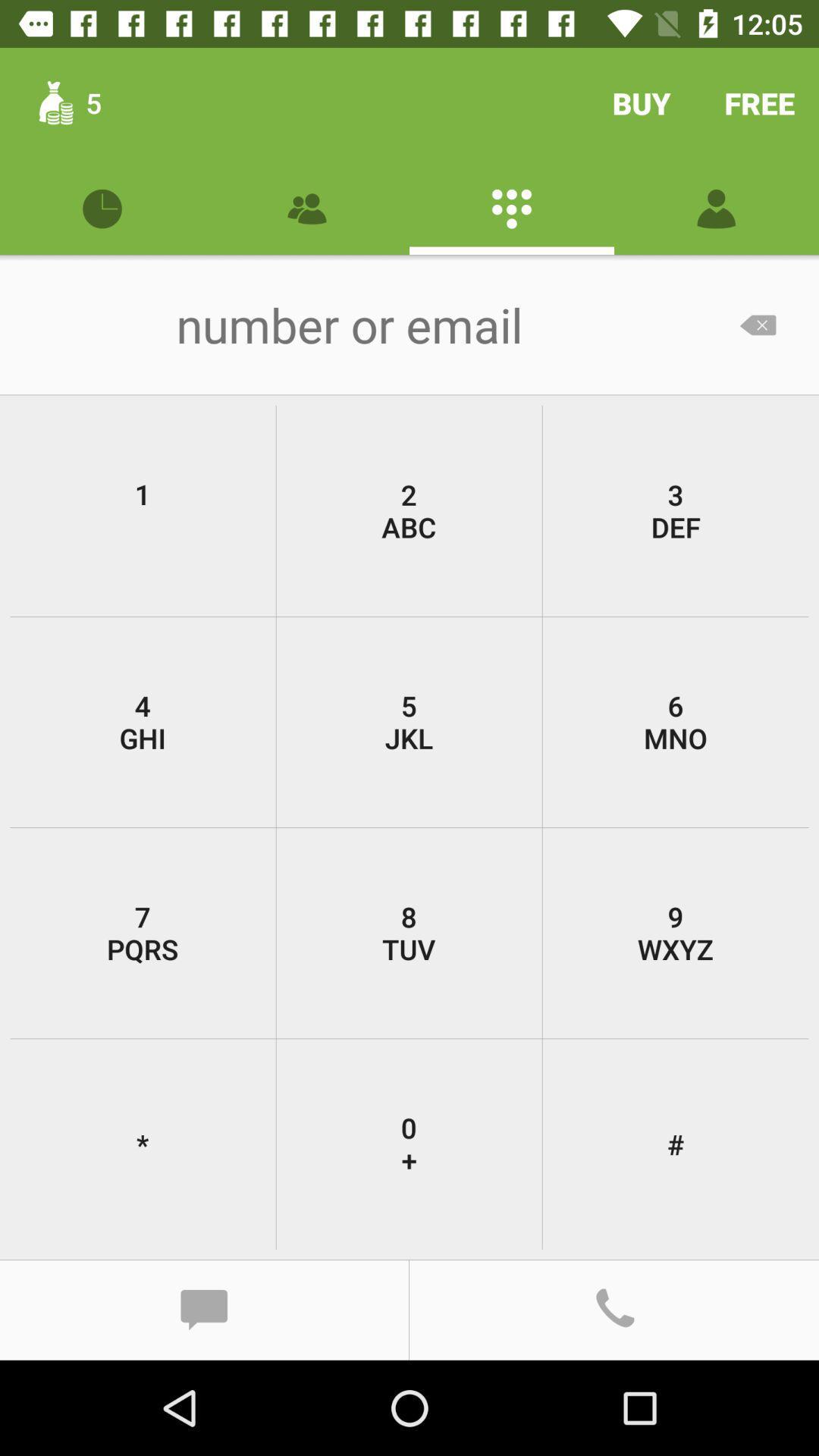  What do you see at coordinates (408, 932) in the screenshot?
I see `the 8` at bounding box center [408, 932].